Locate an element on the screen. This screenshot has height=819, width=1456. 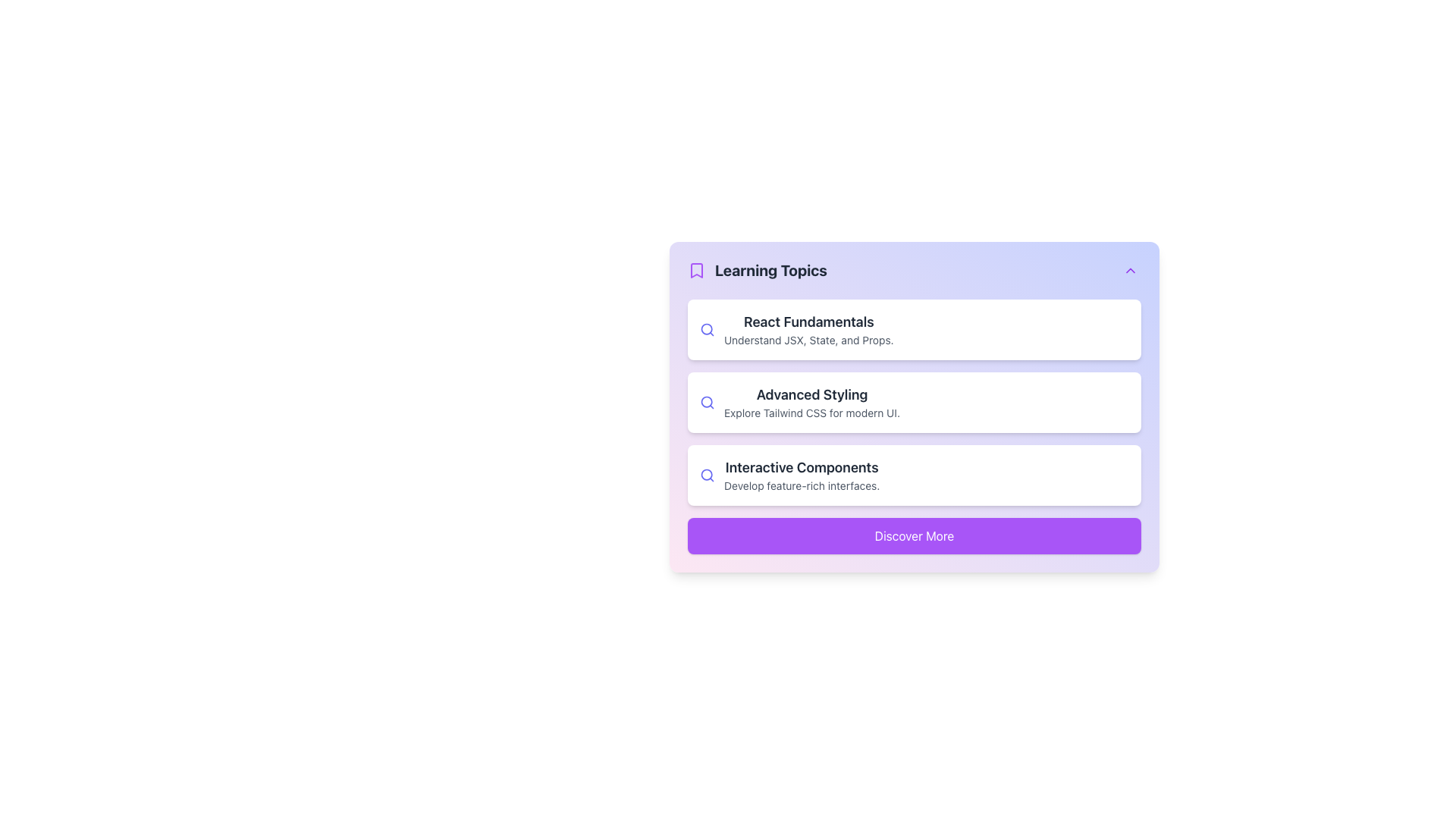
the text notification that displays 'Explore Tailwind CSS for modern UI.' located below the title 'Advanced Styling' in the middle card of the vertical stack of content cards is located at coordinates (811, 413).